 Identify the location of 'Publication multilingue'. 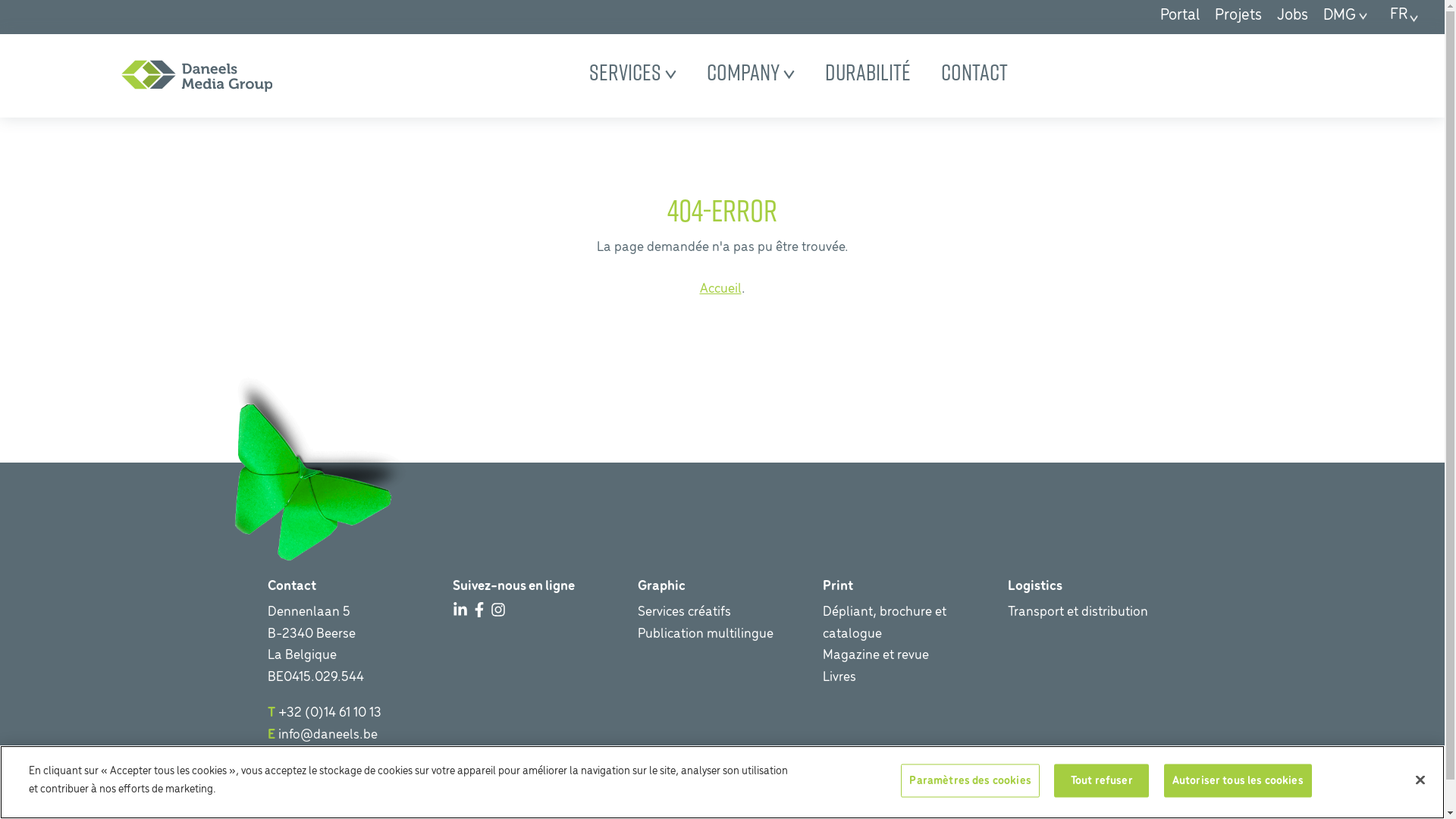
(704, 634).